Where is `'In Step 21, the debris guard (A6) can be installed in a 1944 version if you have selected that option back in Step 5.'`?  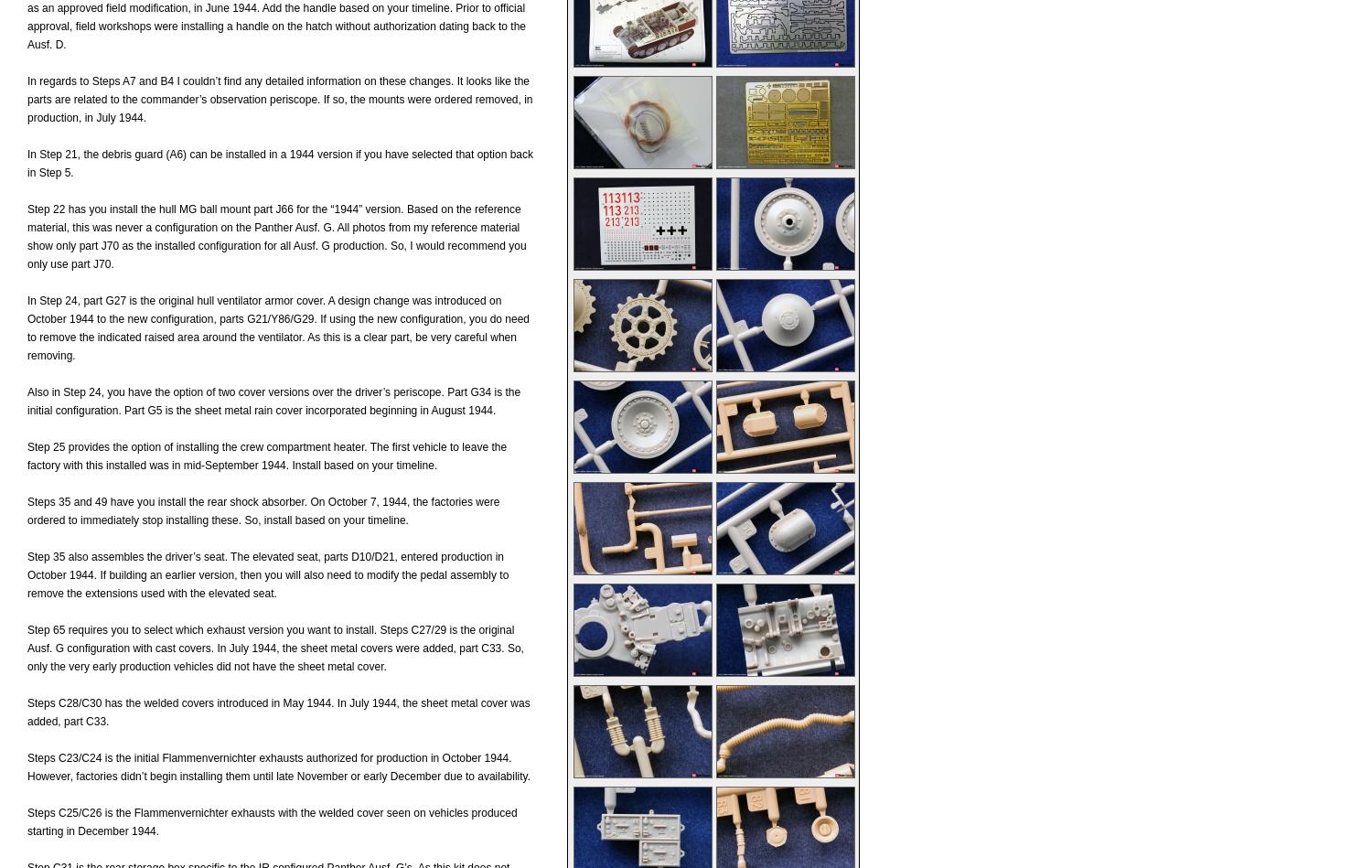
'In Step 21, the debris guard (A6) can be installed in a 1944 version if you have selected that option back in Step 5.' is located at coordinates (27, 162).